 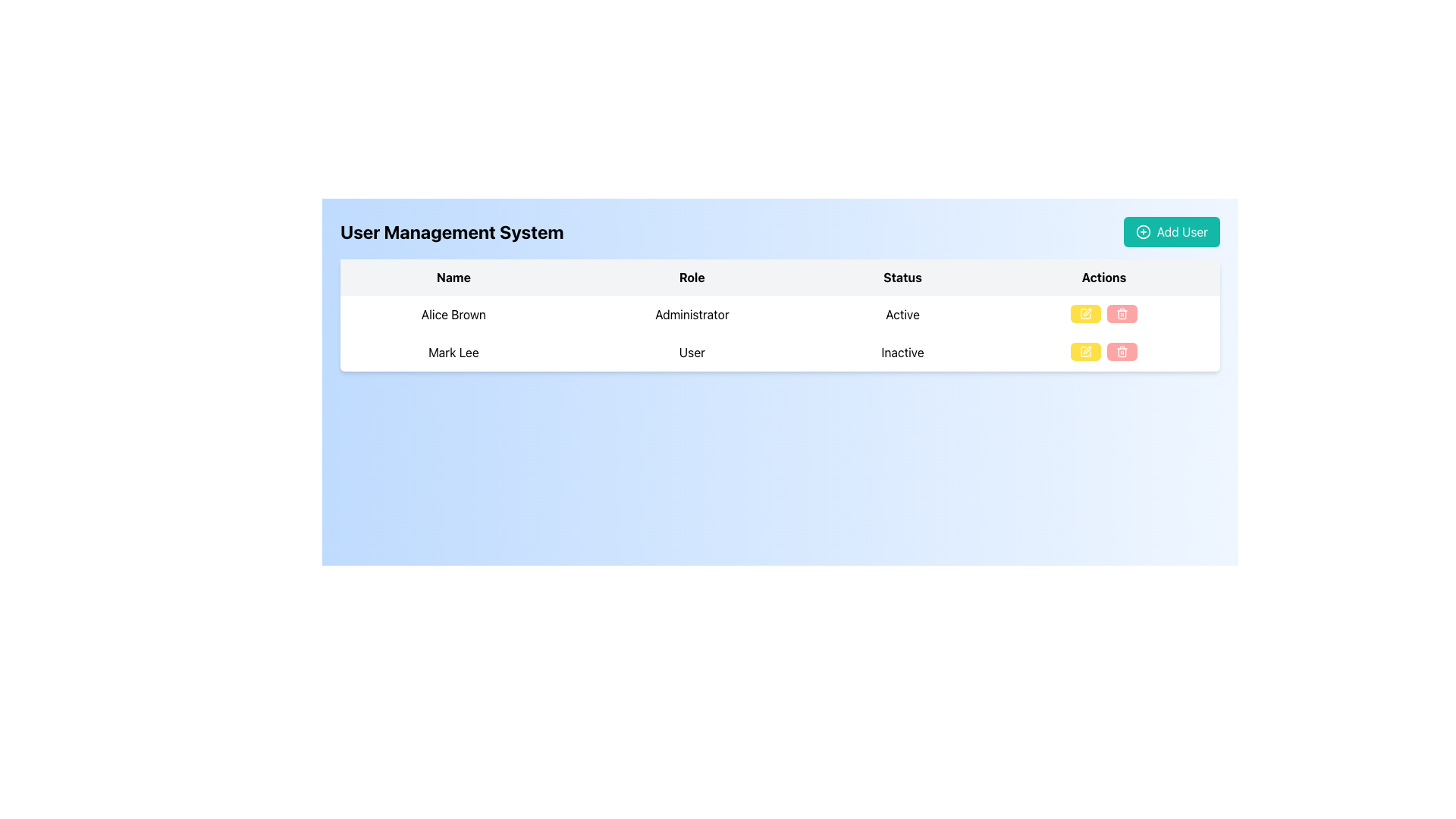 I want to click on the SVG icon representing an 'edit' function within the Action Button for Mark Lee, located in the Actions column of the table, so click(x=1084, y=312).